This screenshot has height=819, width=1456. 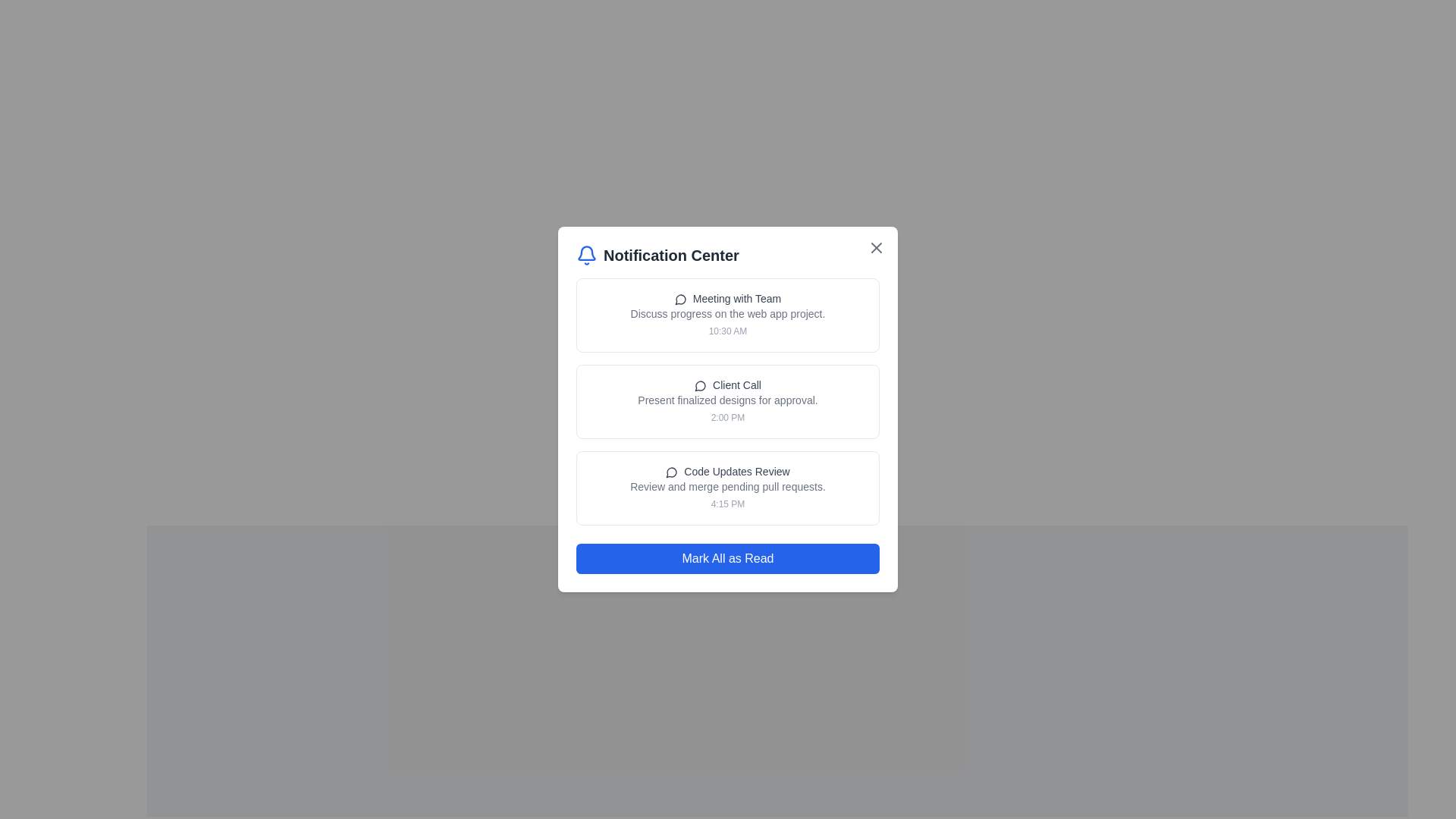 I want to click on the speech bubble styled icon indicating communication or interaction within the 'Meeting with Team' notification card, positioned to the left of the main text, so click(x=679, y=300).